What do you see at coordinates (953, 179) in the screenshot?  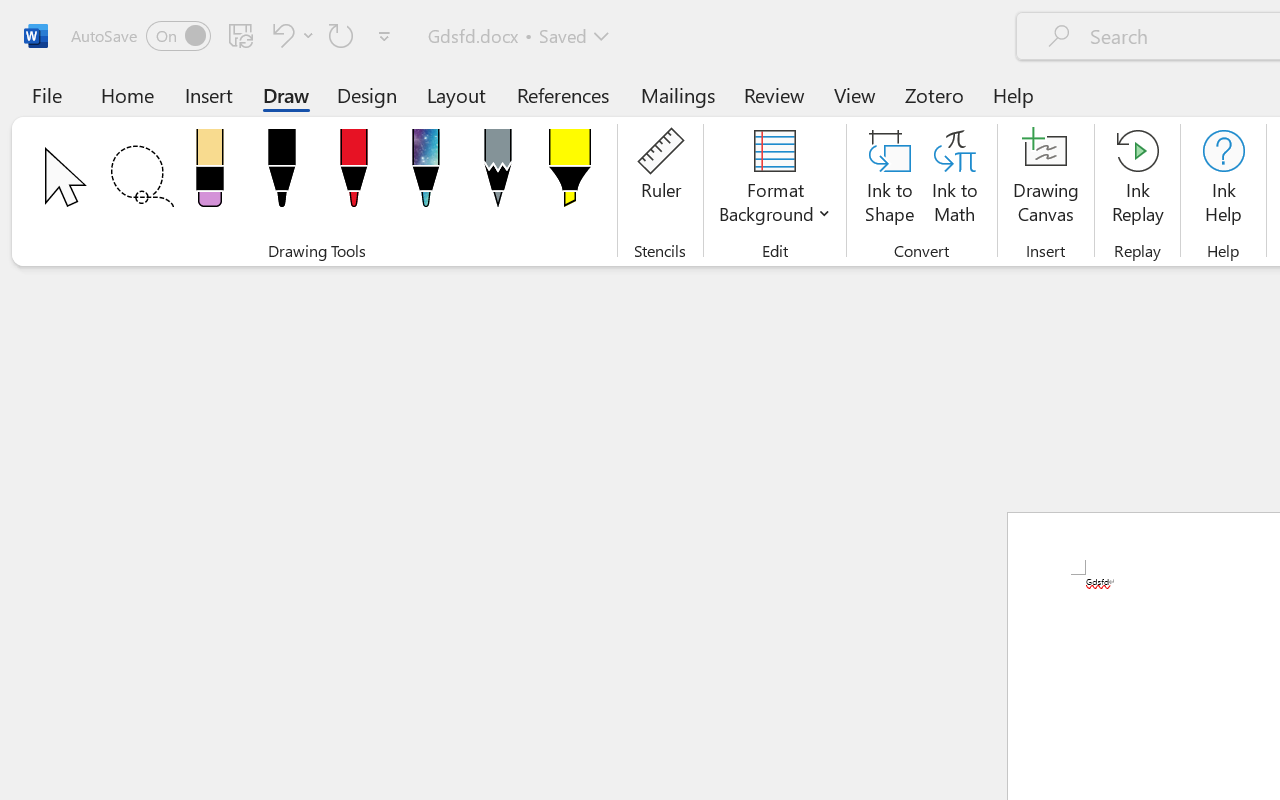 I see `'Ink to Math'` at bounding box center [953, 179].